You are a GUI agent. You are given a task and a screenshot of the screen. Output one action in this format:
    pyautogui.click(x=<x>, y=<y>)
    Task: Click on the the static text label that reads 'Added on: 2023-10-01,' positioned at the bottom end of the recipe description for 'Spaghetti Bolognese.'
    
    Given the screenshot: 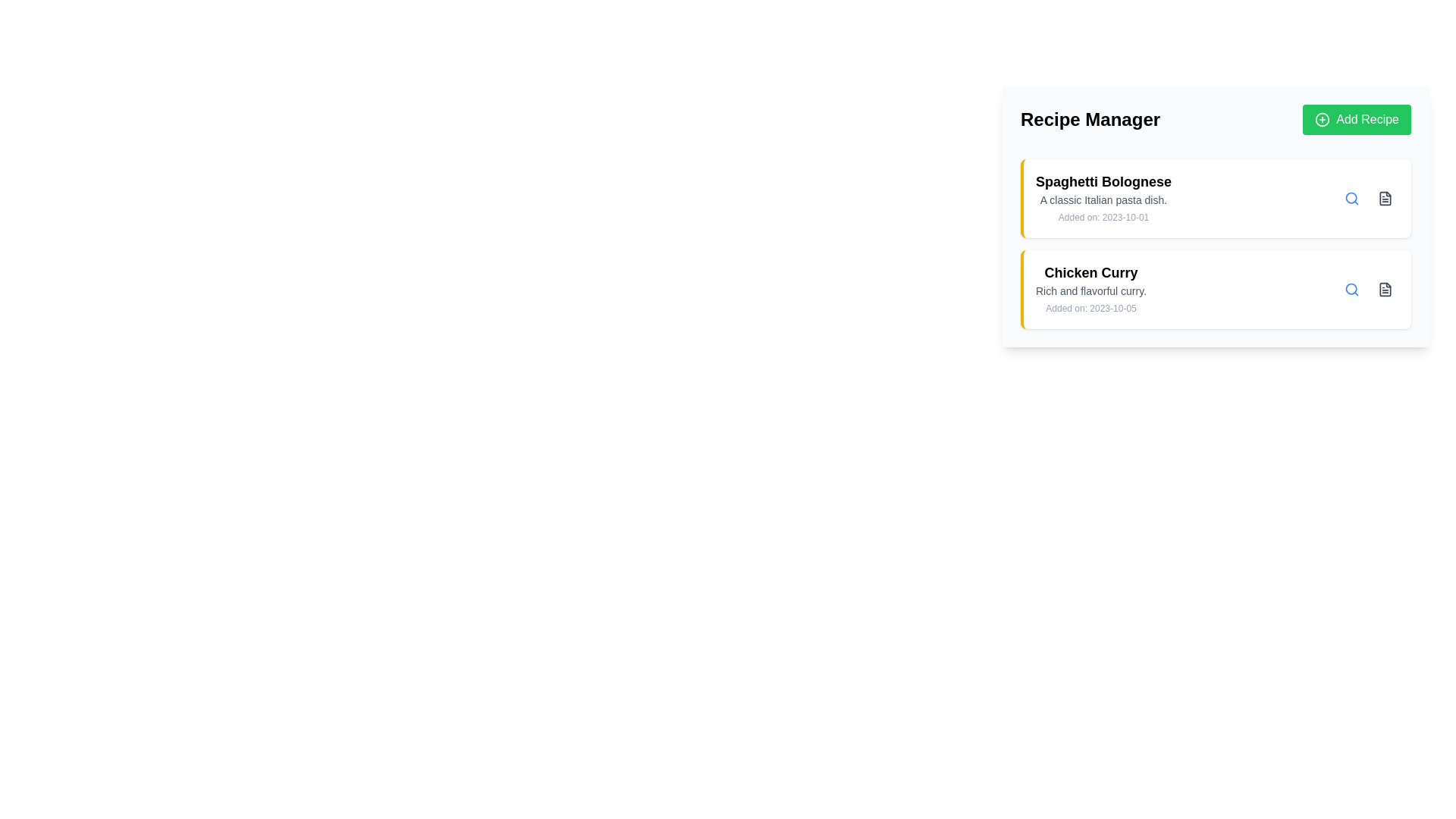 What is the action you would take?
    pyautogui.click(x=1103, y=217)
    